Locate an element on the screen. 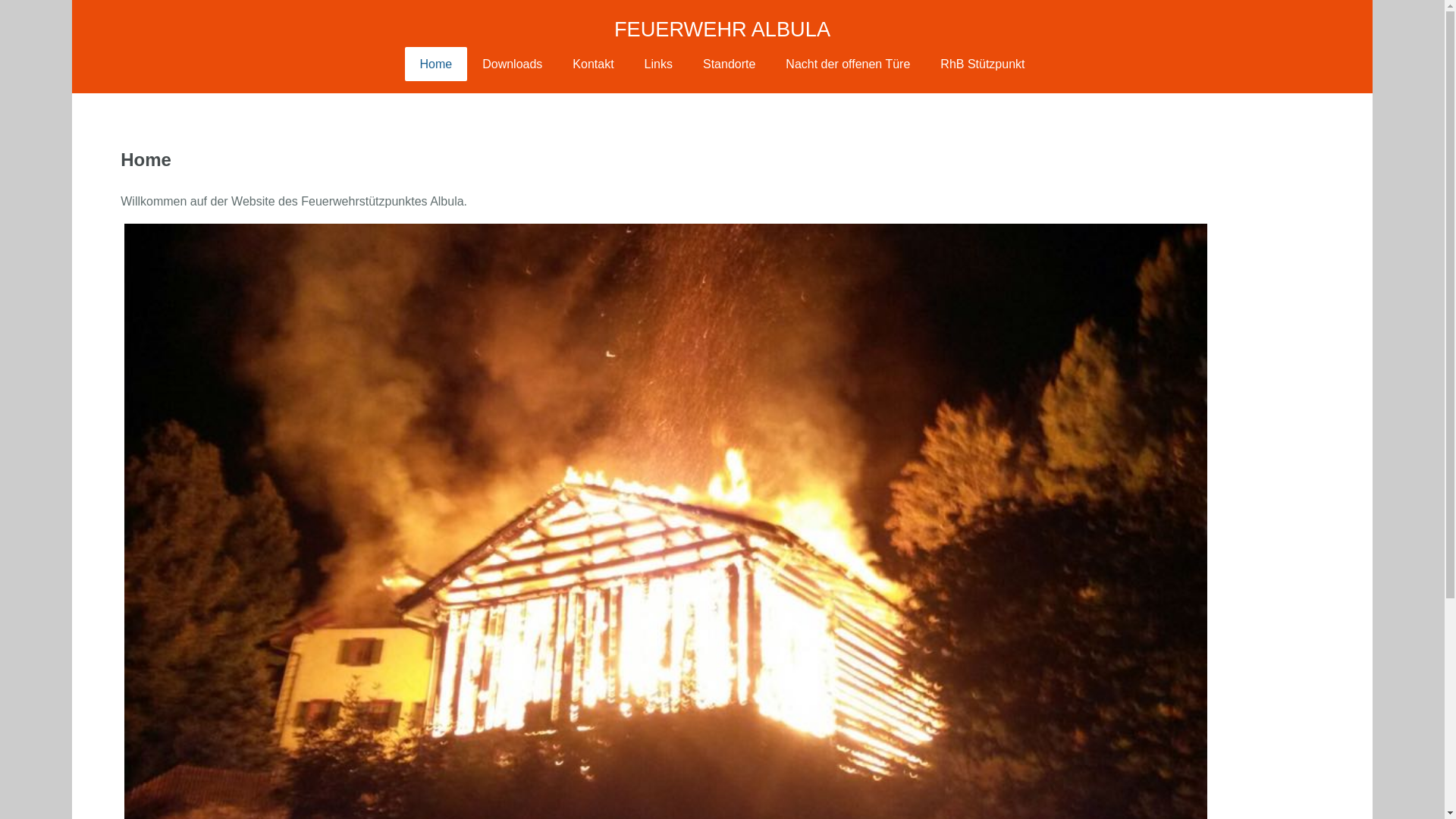 The image size is (1456, 819). 'Standorte' is located at coordinates (687, 63).